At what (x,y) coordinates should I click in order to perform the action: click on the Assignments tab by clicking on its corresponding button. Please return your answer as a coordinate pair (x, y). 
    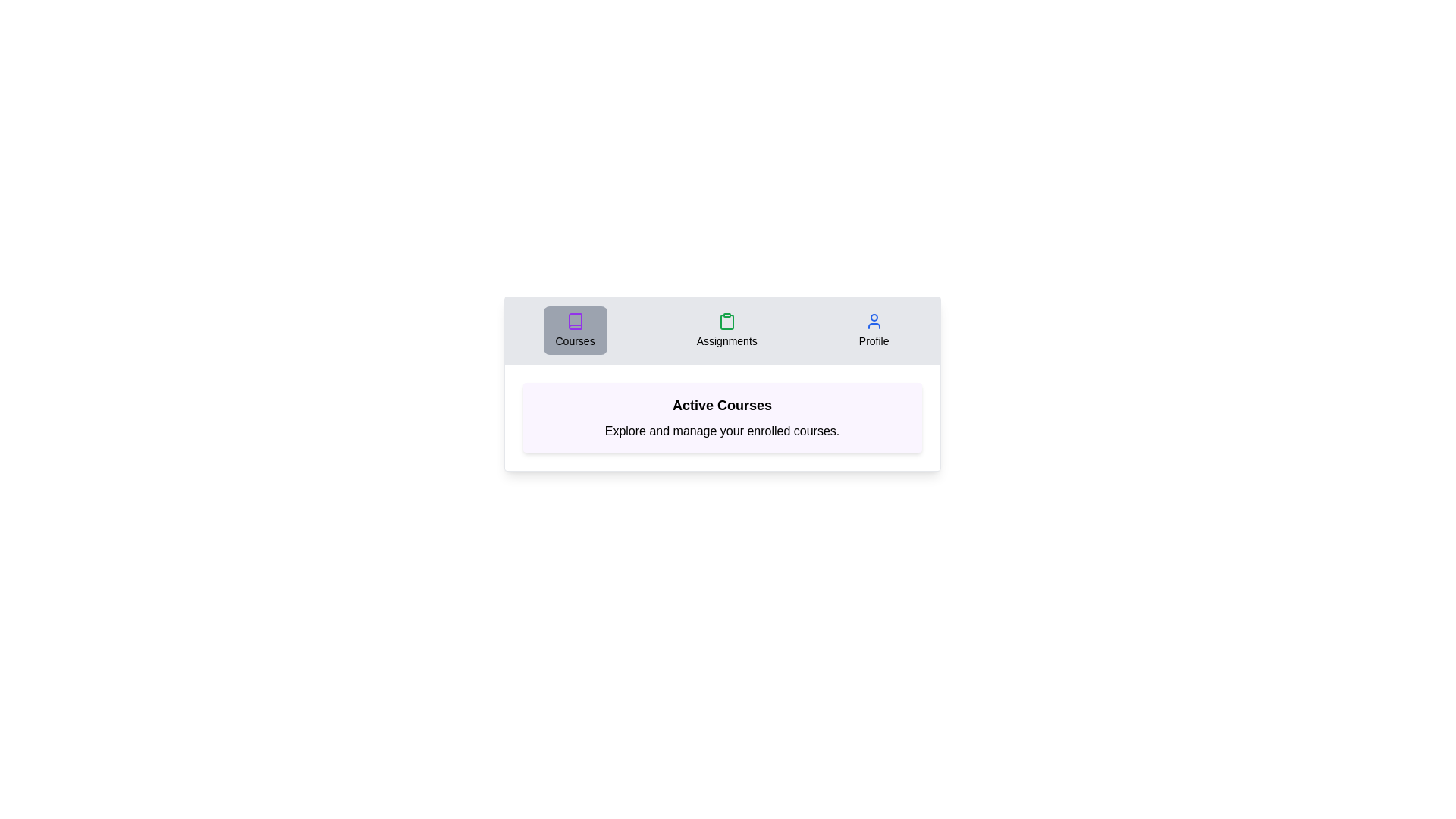
    Looking at the image, I should click on (726, 329).